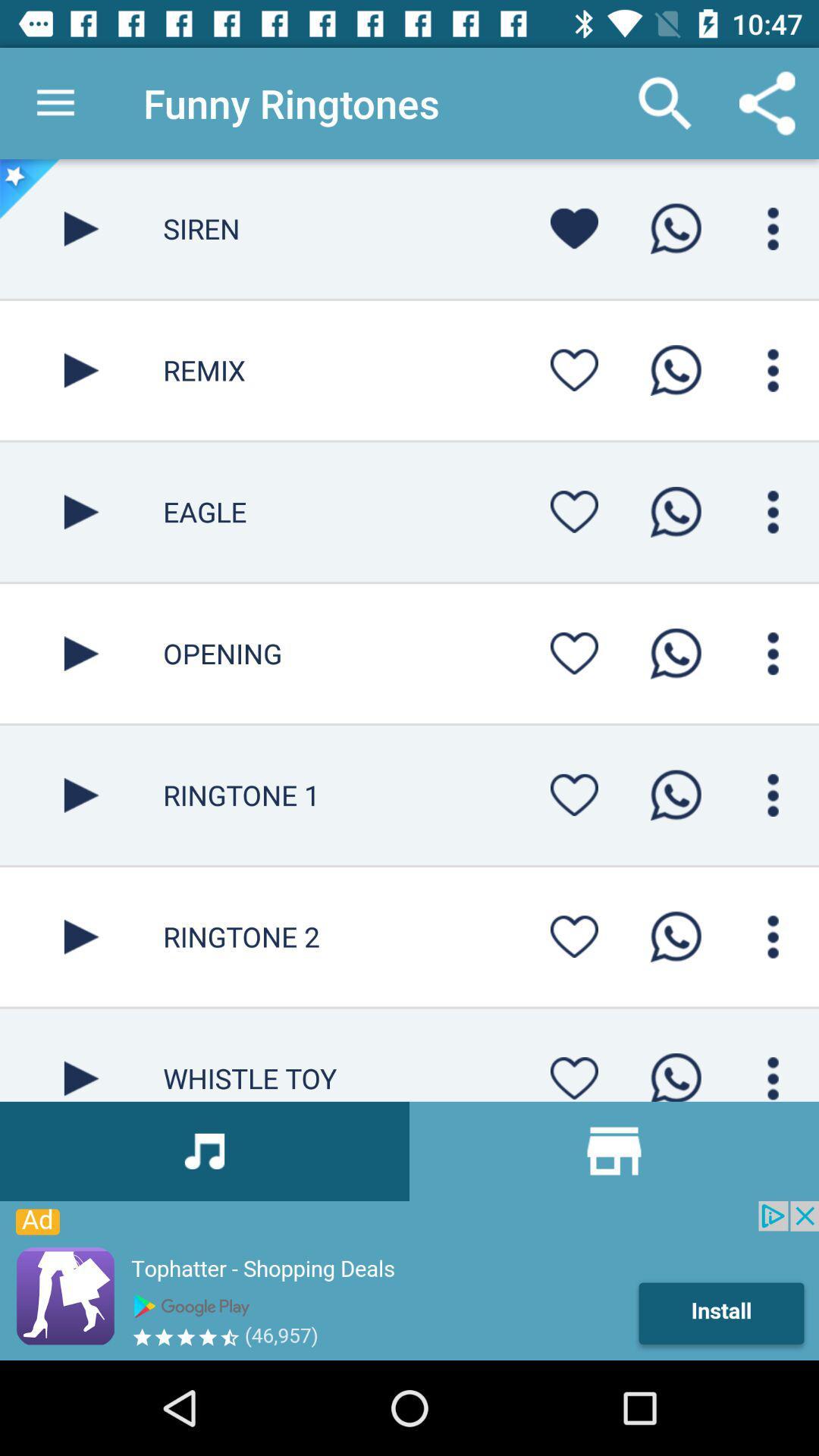  I want to click on button, so click(574, 512).